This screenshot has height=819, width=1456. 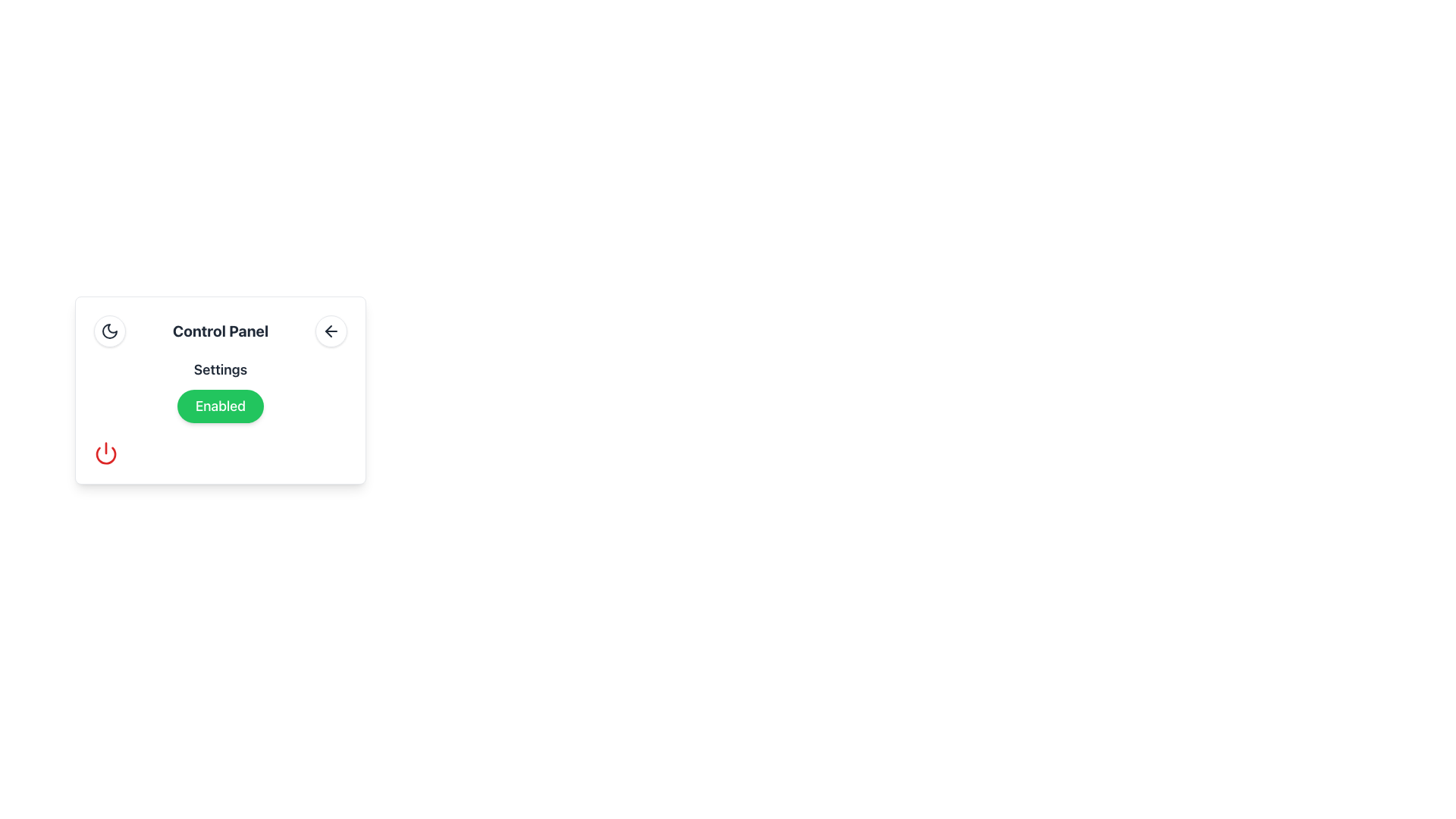 I want to click on the crescent moon-shaped icon located in the top right corner of the card-like component, next to the 'Control Panel' title, so click(x=108, y=330).